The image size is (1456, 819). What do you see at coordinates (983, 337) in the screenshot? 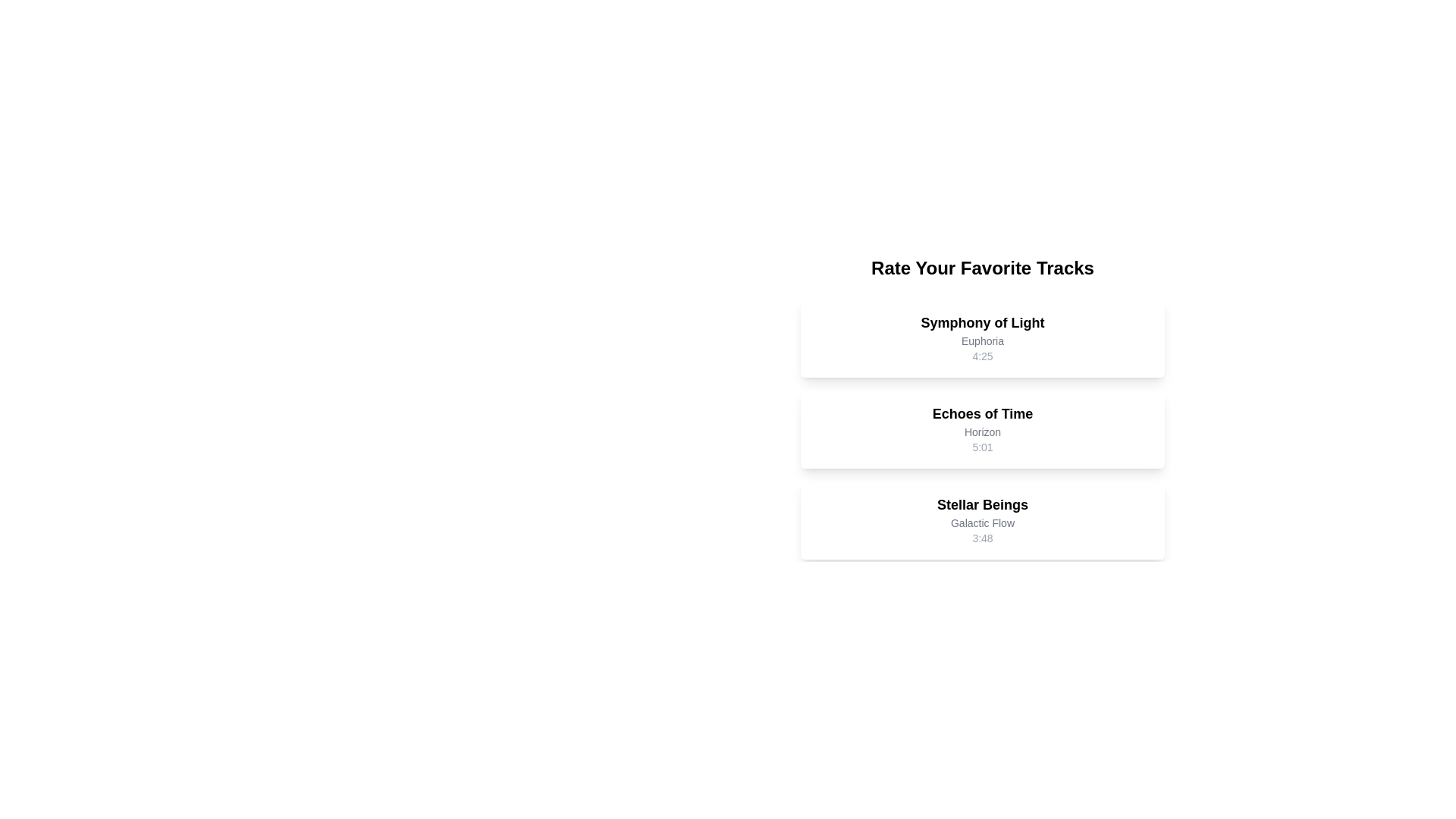
I see `the Informational Card displaying the music track titled 'Symphony of Light' with subtitle 'Euphoria' and duration '4:25', which is the first of three vertically stacked elements in the interface` at bounding box center [983, 337].